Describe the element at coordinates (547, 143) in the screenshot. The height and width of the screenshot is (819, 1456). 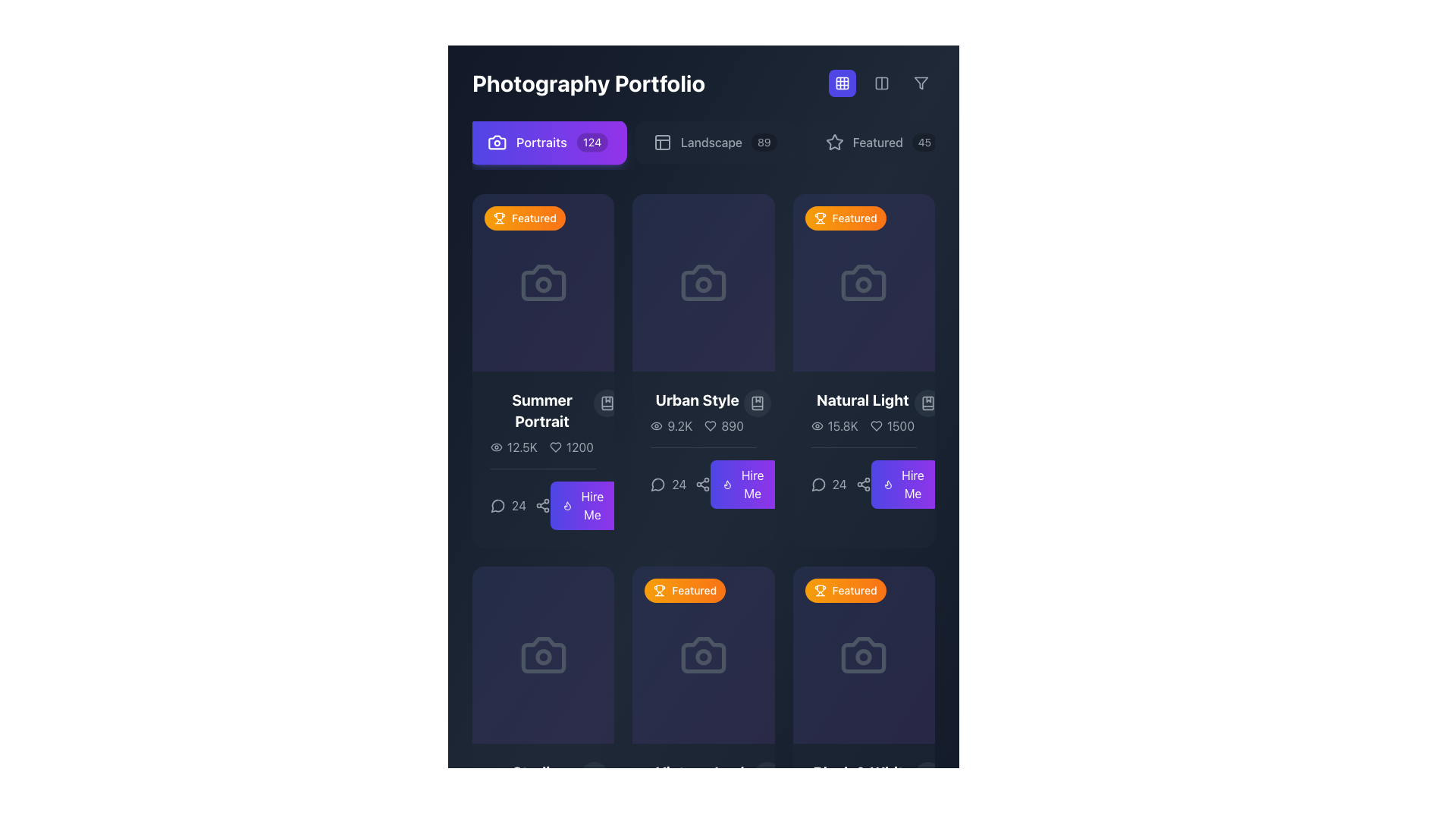
I see `the 'Portraits' button, which is the first button in a horizontal list with a gradient background and a camera icon, to filter the content` at that location.